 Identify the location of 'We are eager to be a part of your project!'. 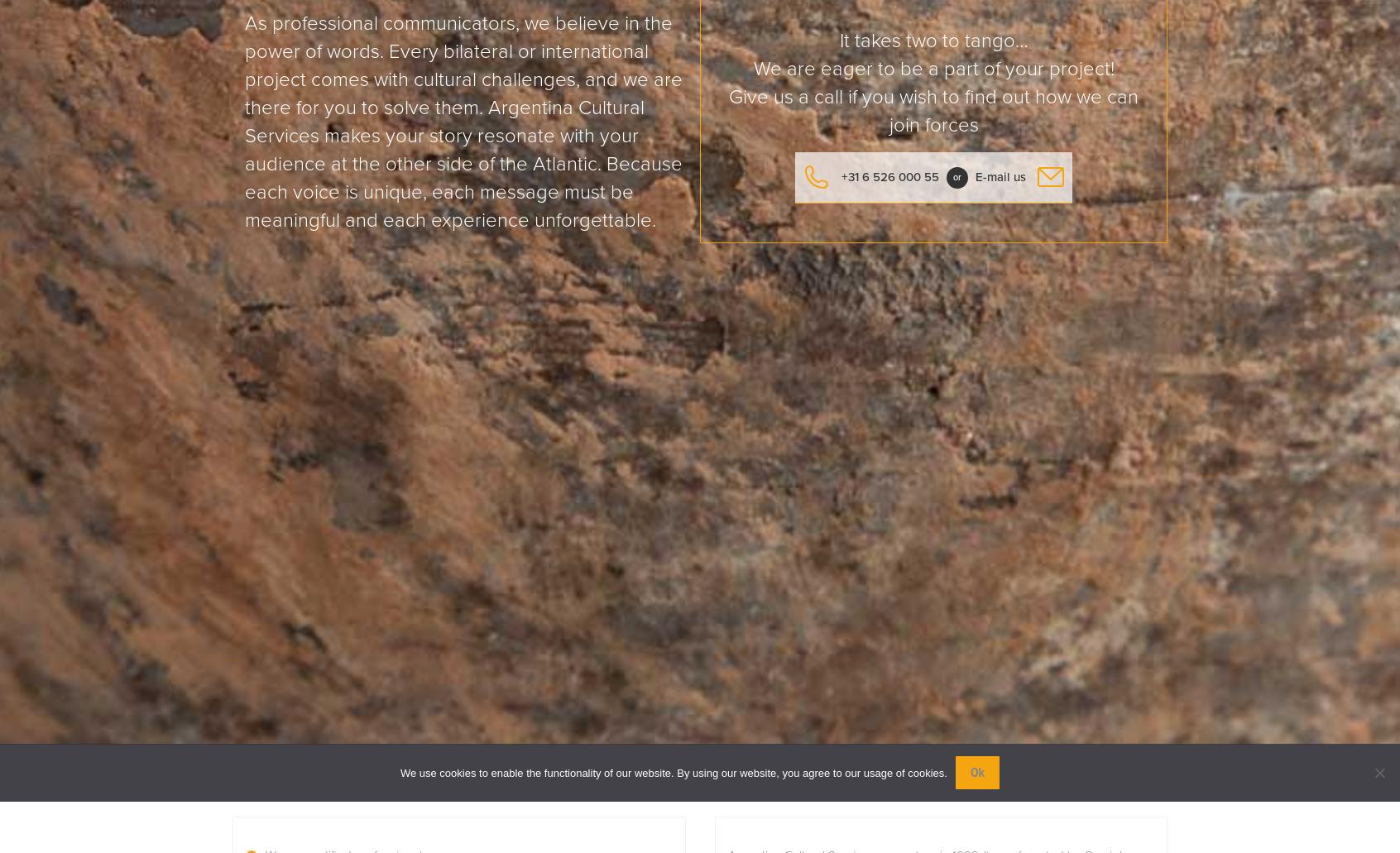
(933, 68).